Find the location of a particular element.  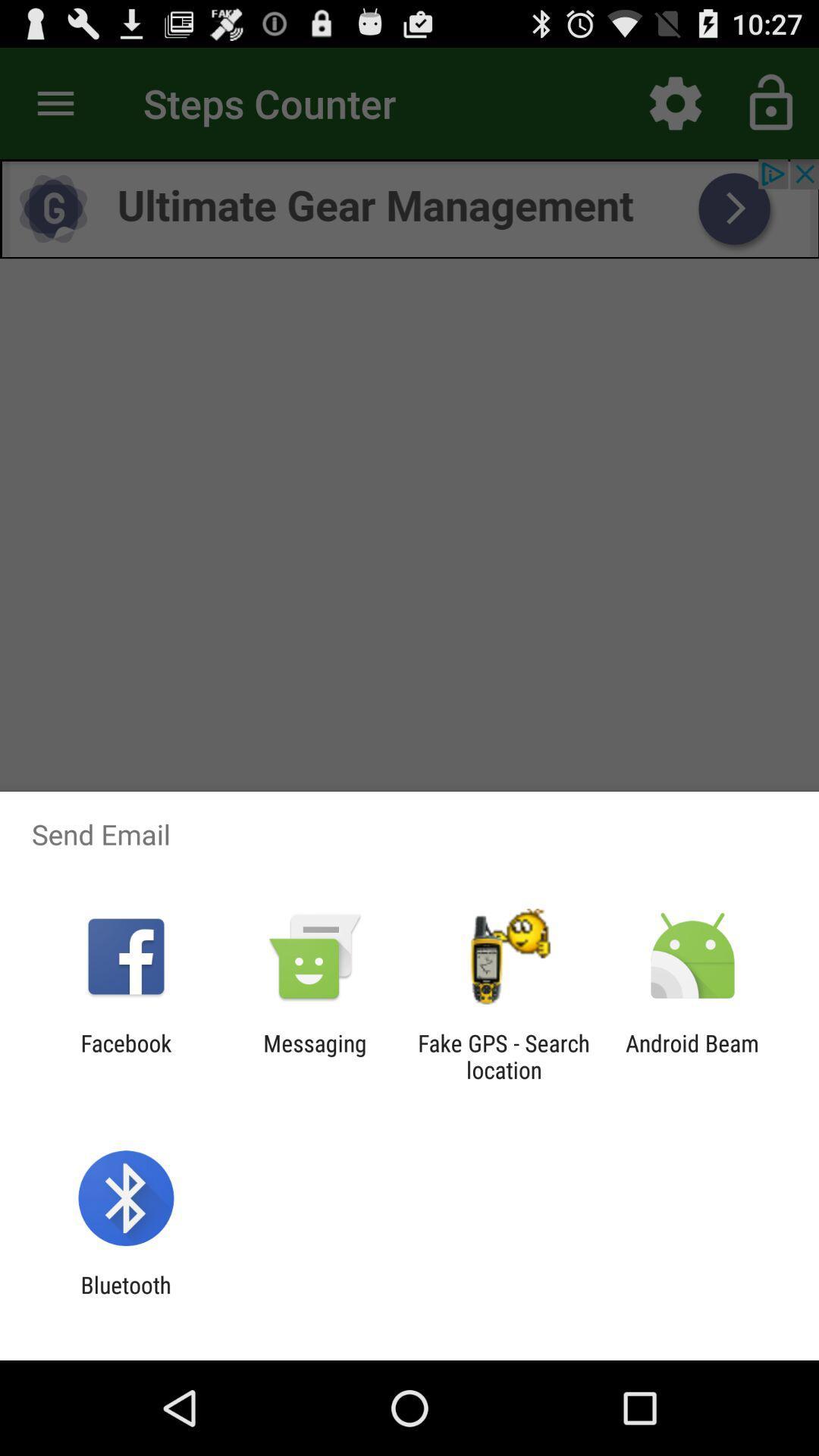

the item to the right of the messaging is located at coordinates (504, 1056).